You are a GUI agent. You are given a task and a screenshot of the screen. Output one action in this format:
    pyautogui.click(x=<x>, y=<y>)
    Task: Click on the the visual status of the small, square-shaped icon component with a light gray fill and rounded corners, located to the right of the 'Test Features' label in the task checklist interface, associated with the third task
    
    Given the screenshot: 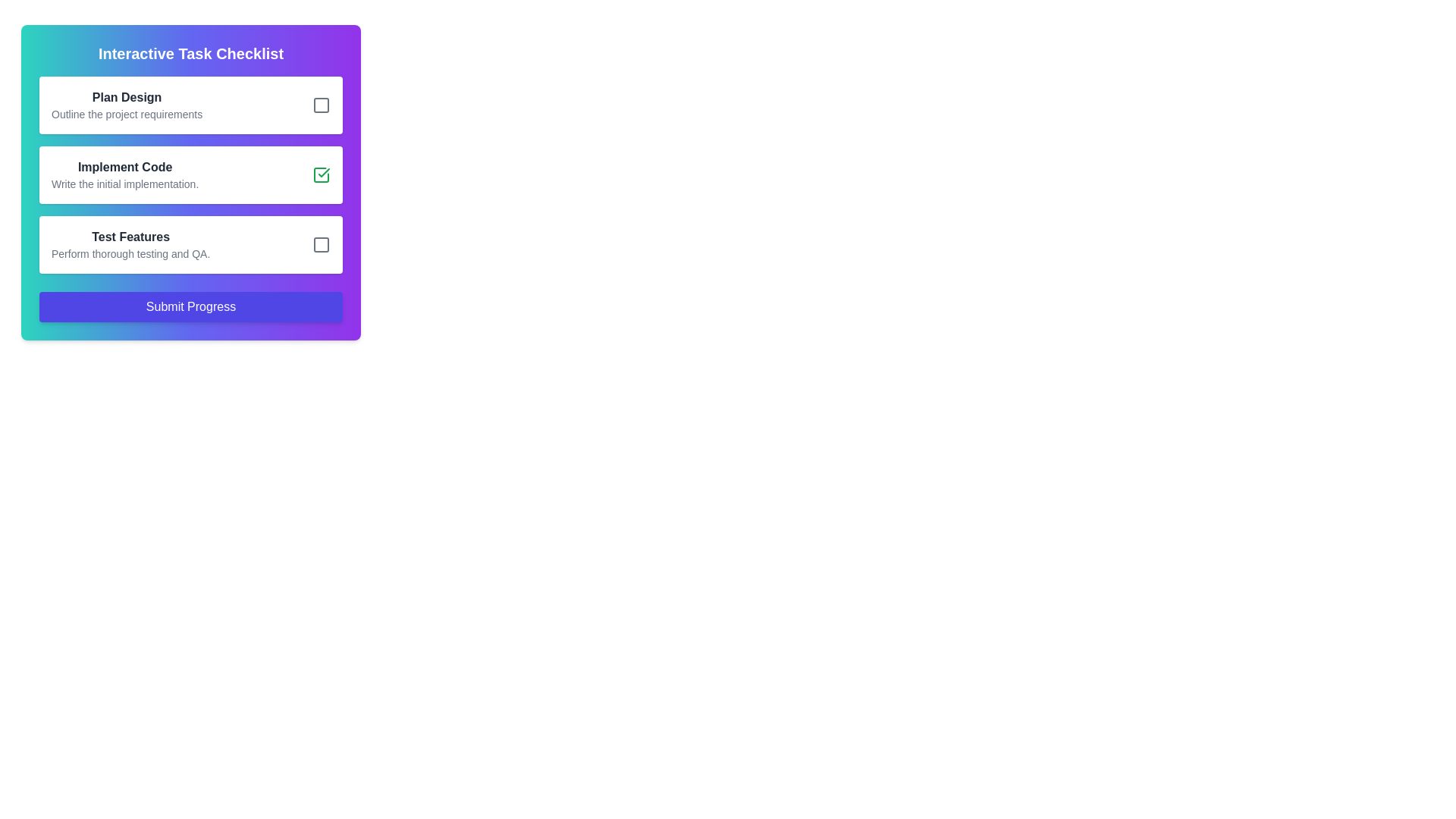 What is the action you would take?
    pyautogui.click(x=320, y=244)
    